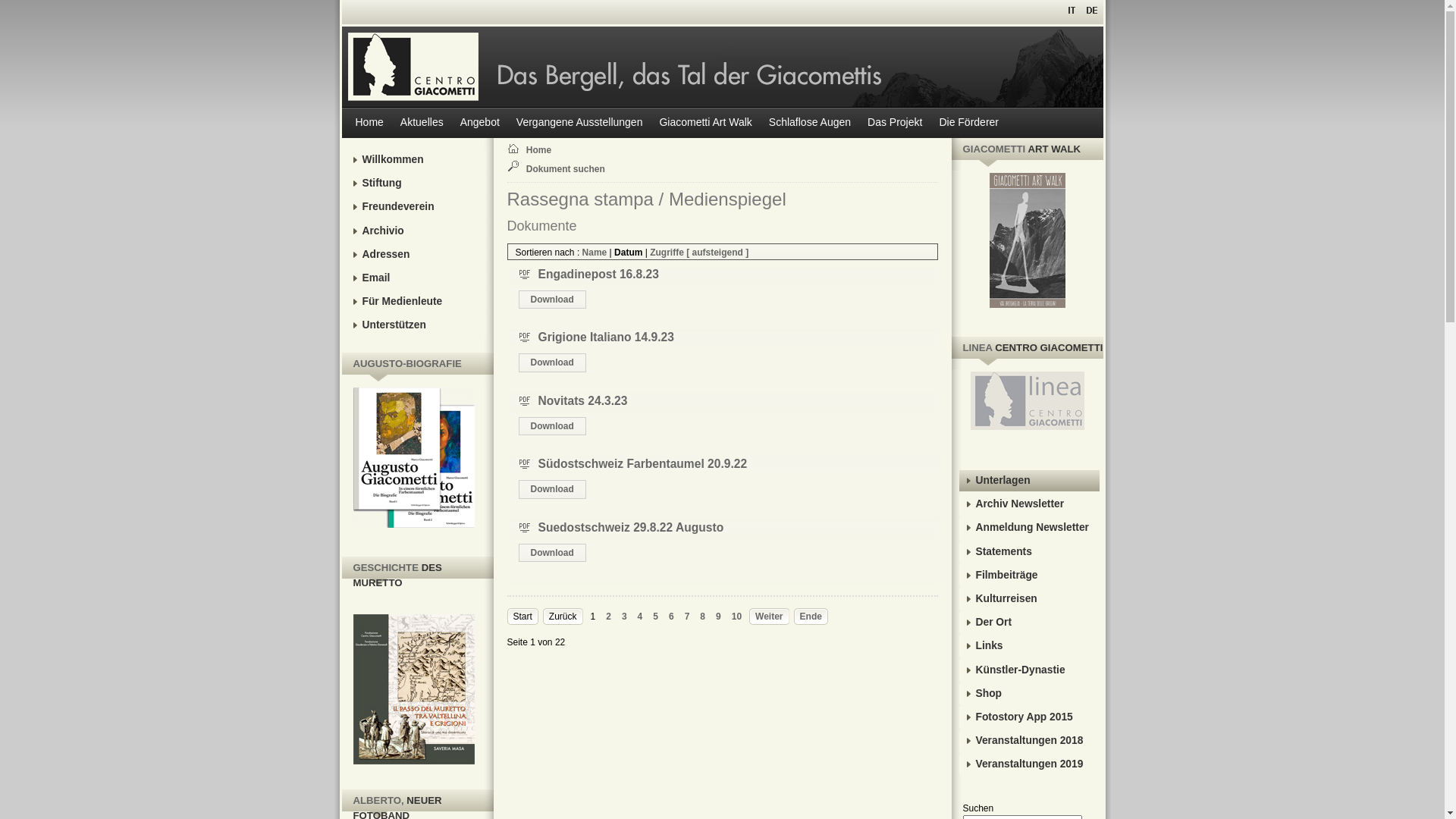 The image size is (1456, 819). Describe the element at coordinates (416, 207) in the screenshot. I see `'Freundeverein'` at that location.